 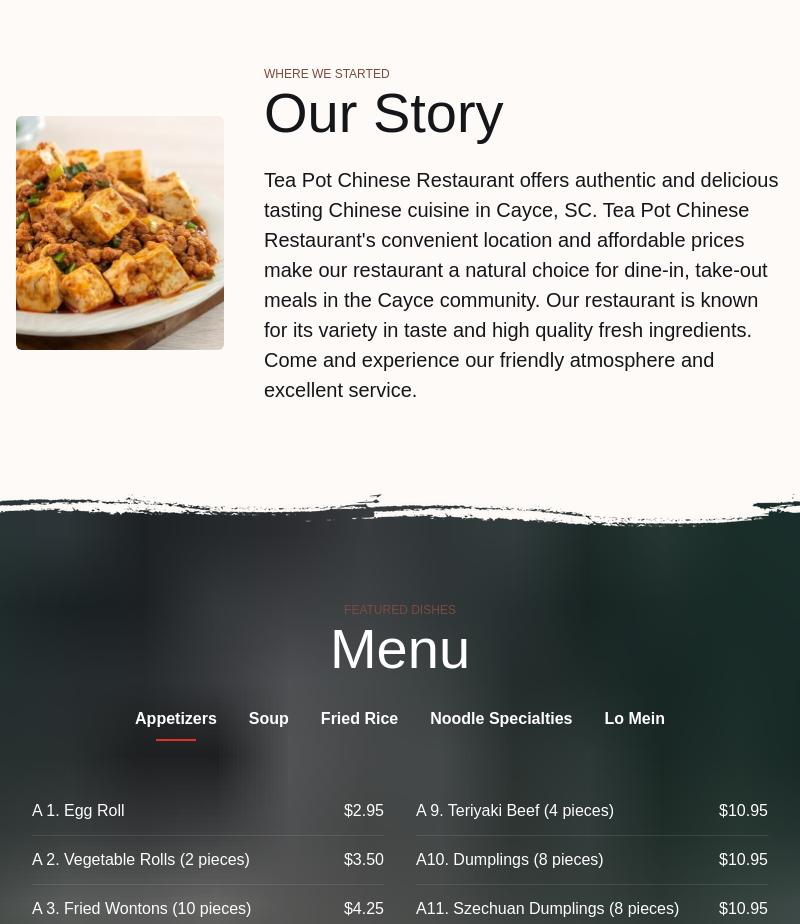 I want to click on 'Menu', so click(x=328, y=648).